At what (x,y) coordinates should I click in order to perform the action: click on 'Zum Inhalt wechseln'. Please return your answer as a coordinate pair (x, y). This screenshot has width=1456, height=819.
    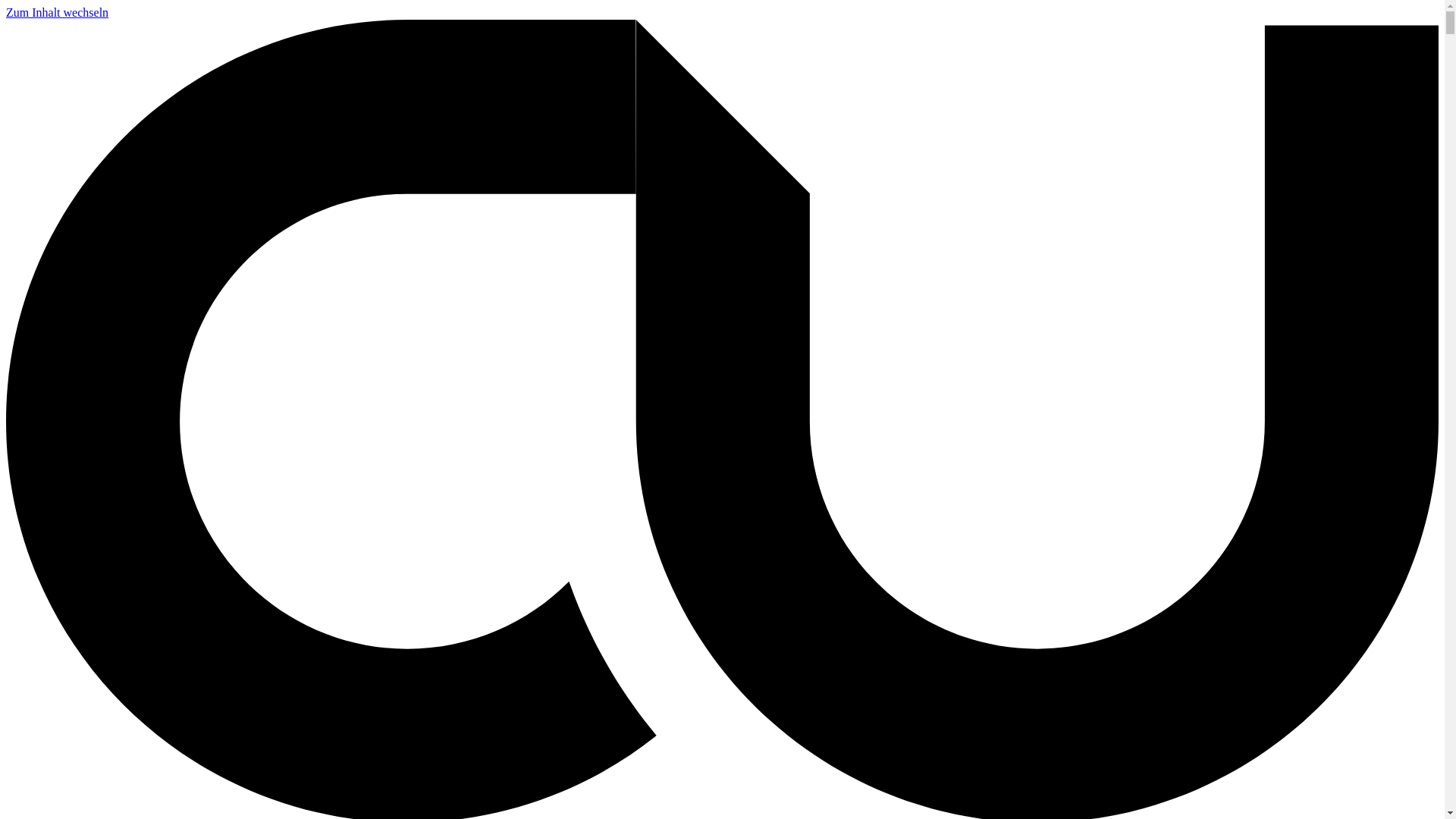
    Looking at the image, I should click on (57, 12).